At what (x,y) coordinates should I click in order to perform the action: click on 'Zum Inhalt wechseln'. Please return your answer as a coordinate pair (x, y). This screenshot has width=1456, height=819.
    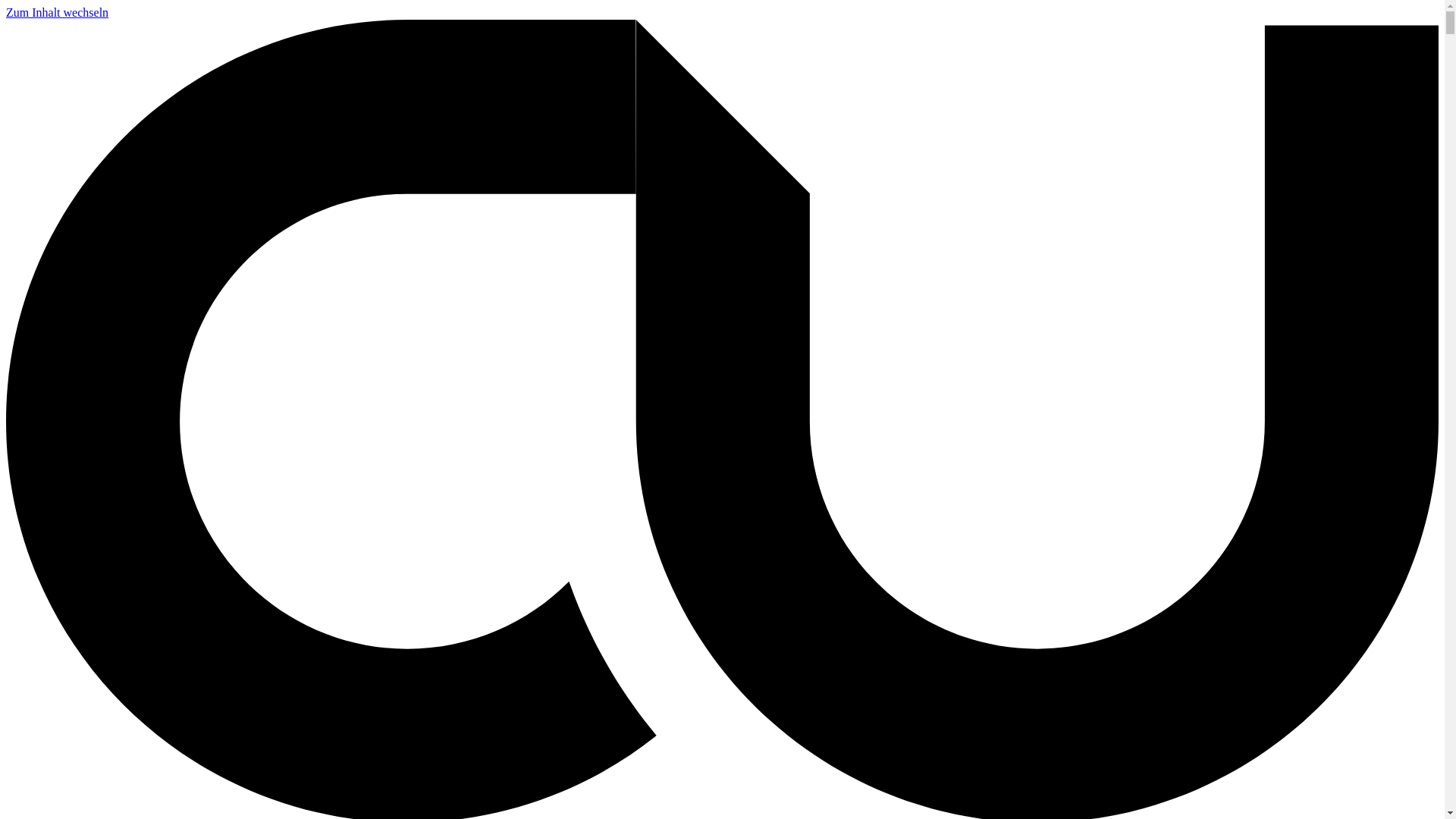
    Looking at the image, I should click on (57, 12).